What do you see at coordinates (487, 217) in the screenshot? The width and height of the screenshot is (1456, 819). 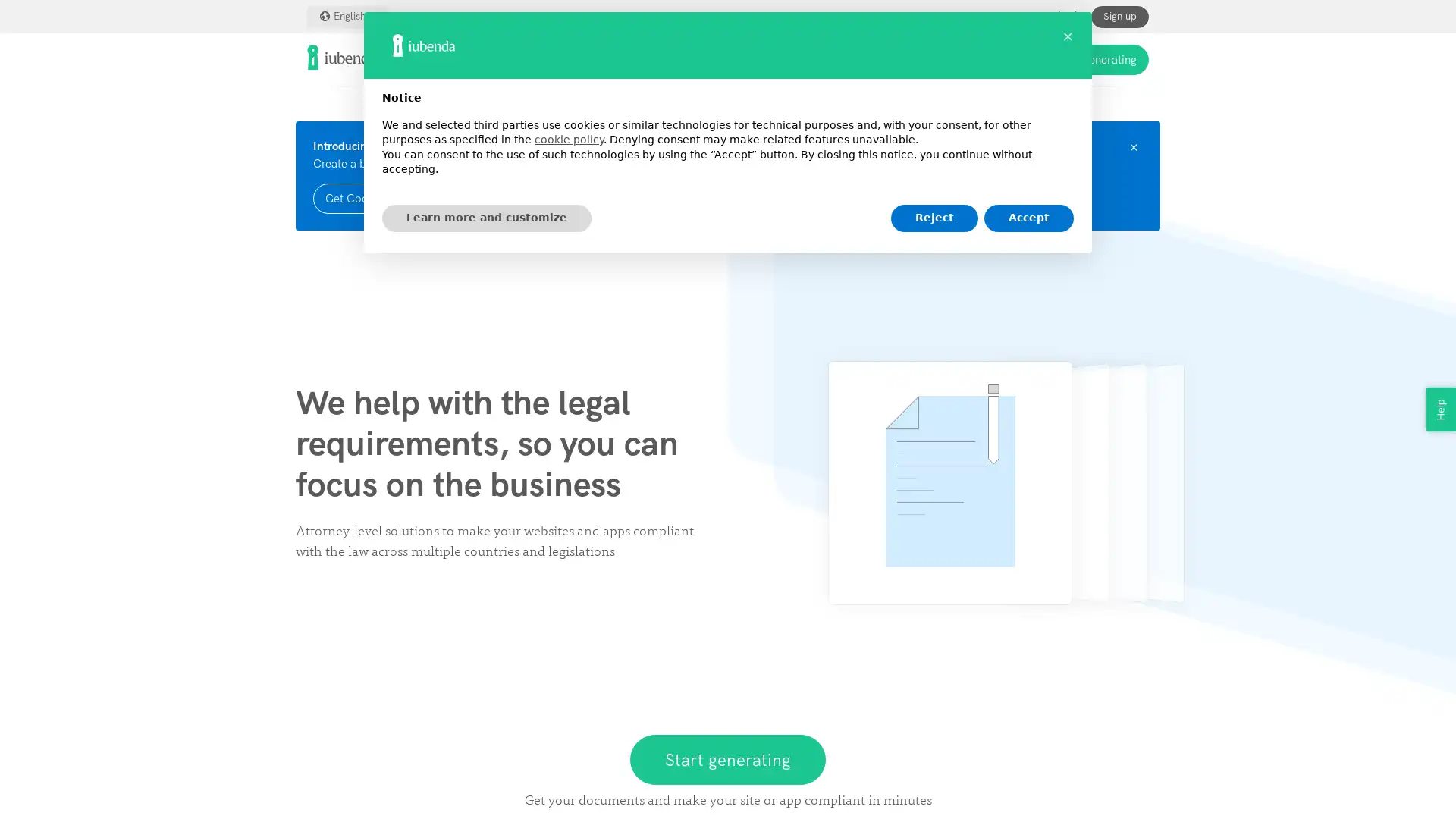 I see `Learn more and customize` at bounding box center [487, 217].